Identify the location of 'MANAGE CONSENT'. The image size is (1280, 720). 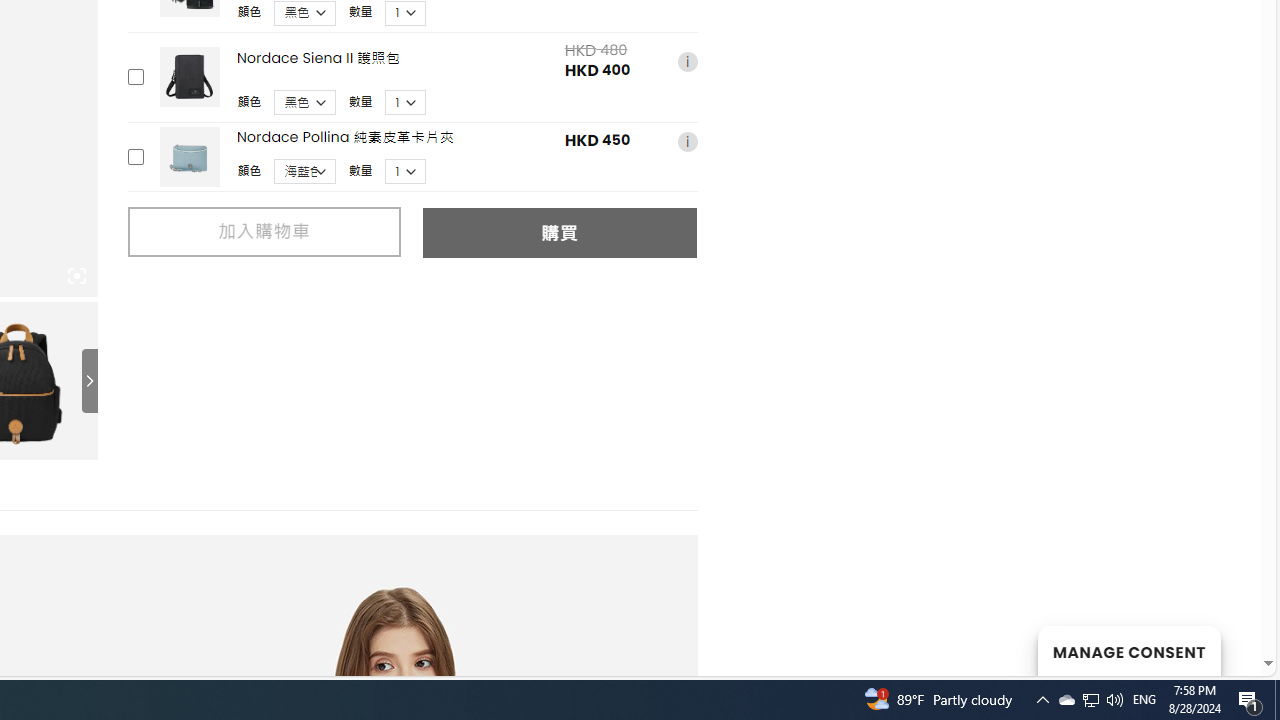
(1128, 650).